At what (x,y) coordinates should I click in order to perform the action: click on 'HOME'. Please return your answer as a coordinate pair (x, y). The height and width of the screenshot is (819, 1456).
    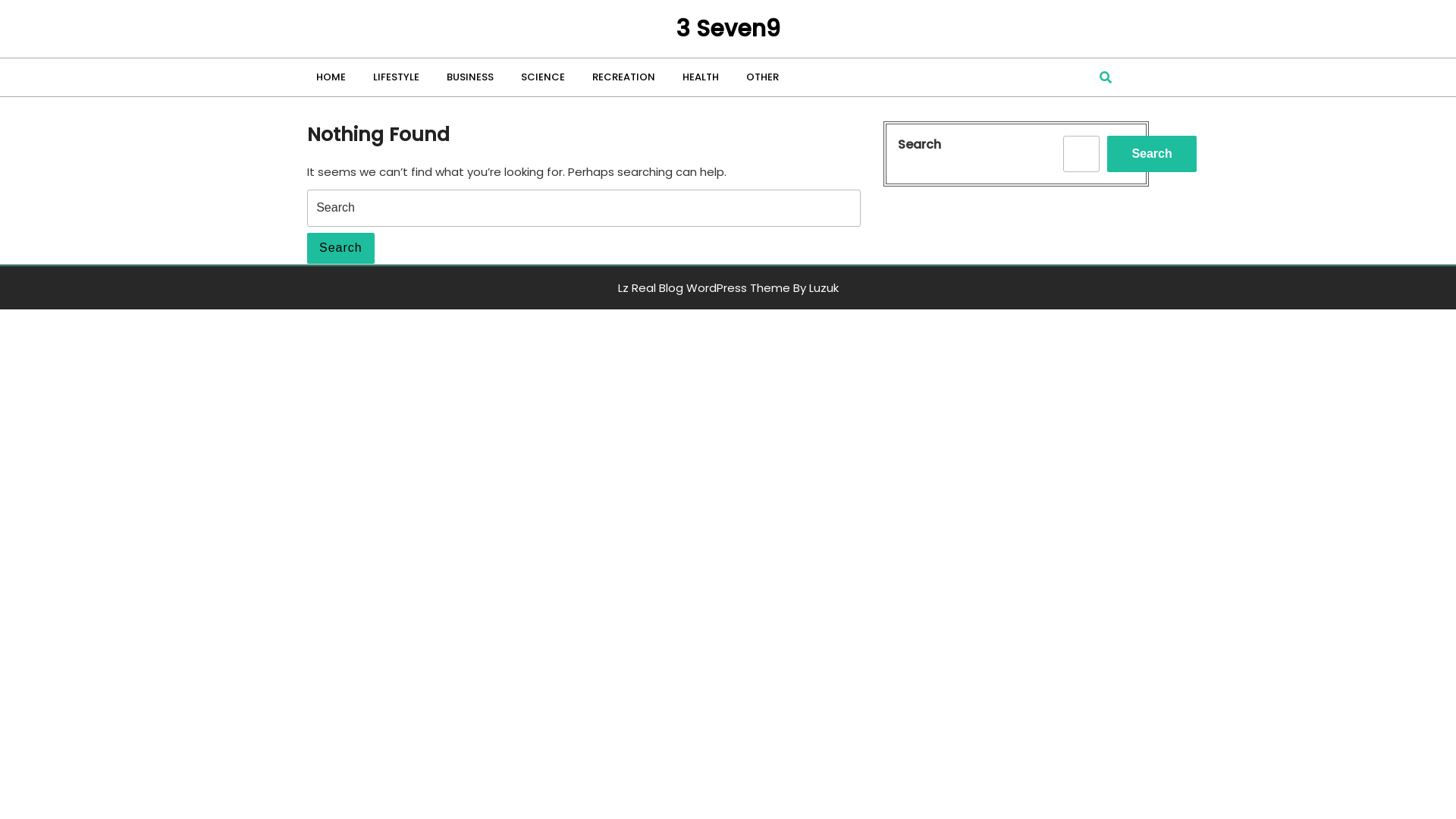
    Looking at the image, I should click on (333, 77).